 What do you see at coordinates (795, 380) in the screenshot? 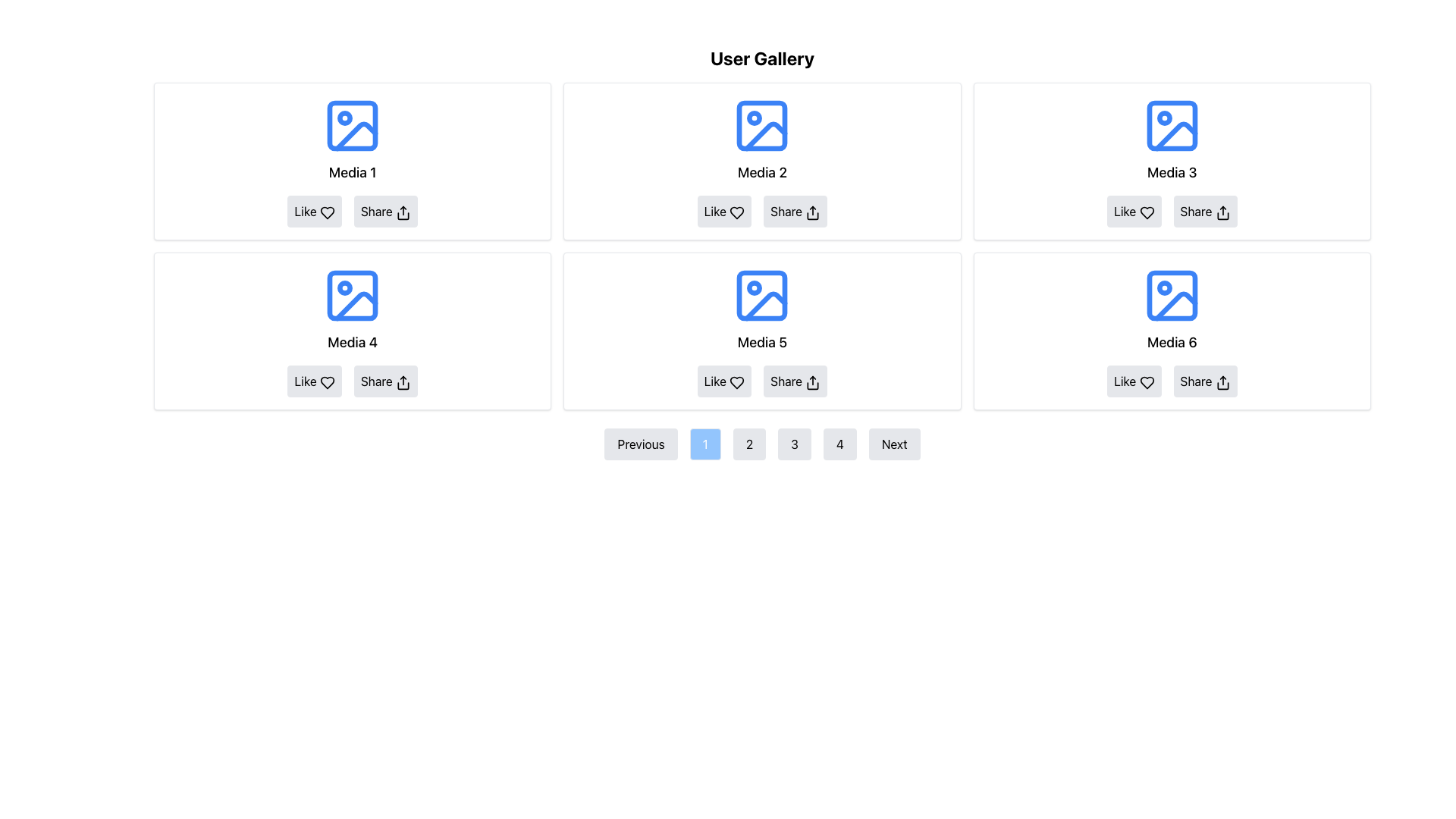
I see `the 'Share' button located at the lower-right corner of the 'Media 5' card to share the media` at bounding box center [795, 380].